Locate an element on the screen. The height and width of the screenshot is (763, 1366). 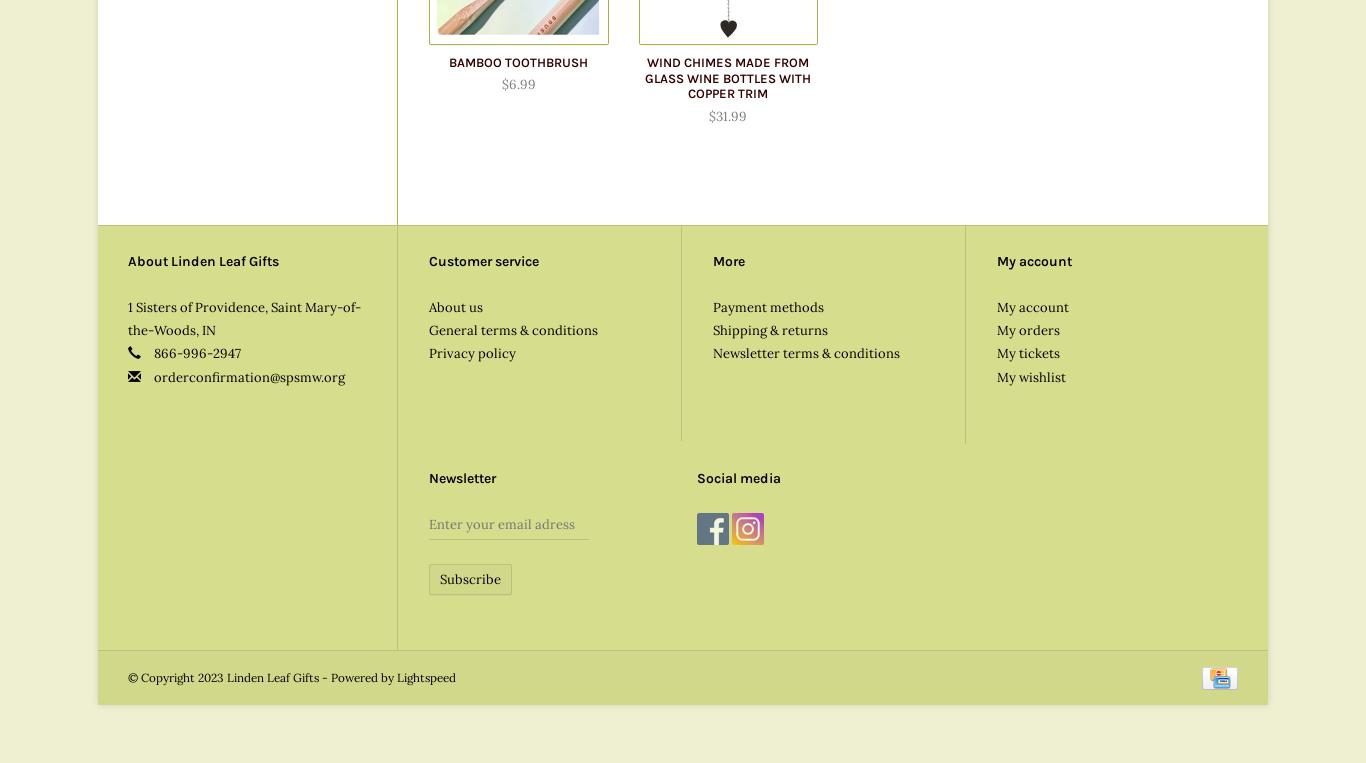
'866-996-2947' is located at coordinates (195, 352).